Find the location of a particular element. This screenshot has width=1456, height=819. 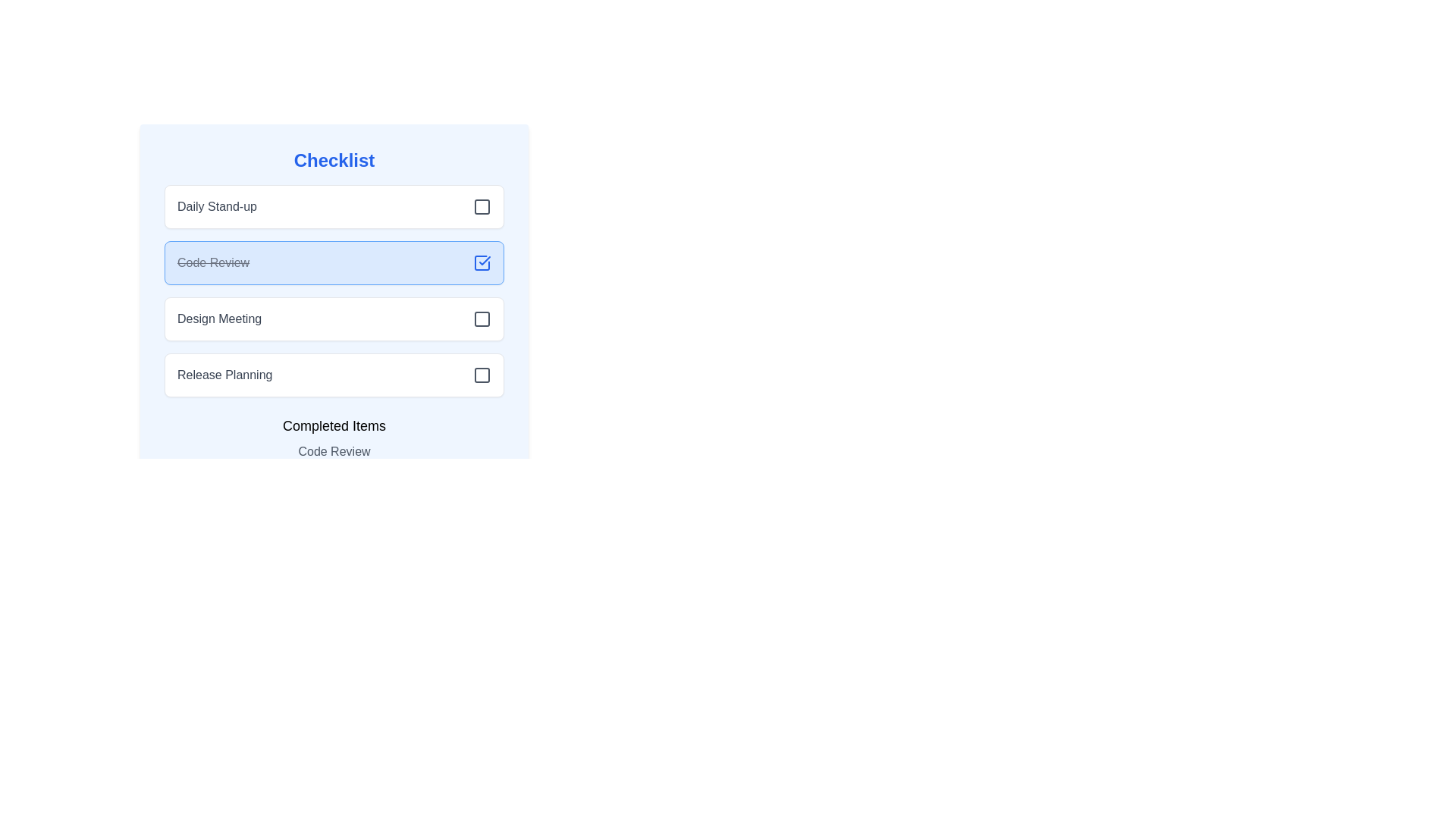

the 'Code Review' checklist item, which is the second item in the checklist with a strikethrough style is located at coordinates (334, 291).